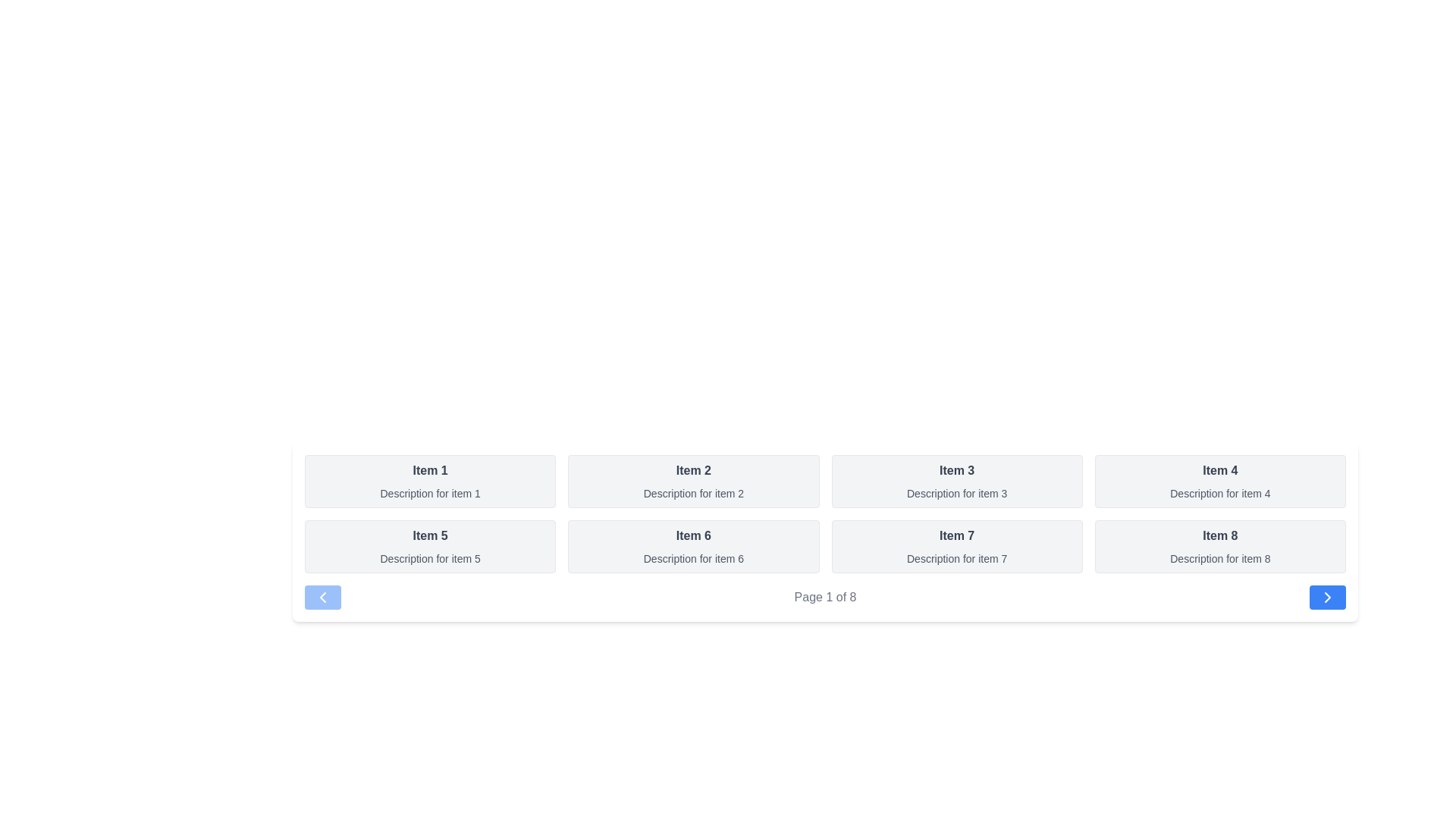  I want to click on the Information card labeled 'Item 4', which is the fourth item in a grid layout with a light gray background and rounded borders, so click(1220, 482).